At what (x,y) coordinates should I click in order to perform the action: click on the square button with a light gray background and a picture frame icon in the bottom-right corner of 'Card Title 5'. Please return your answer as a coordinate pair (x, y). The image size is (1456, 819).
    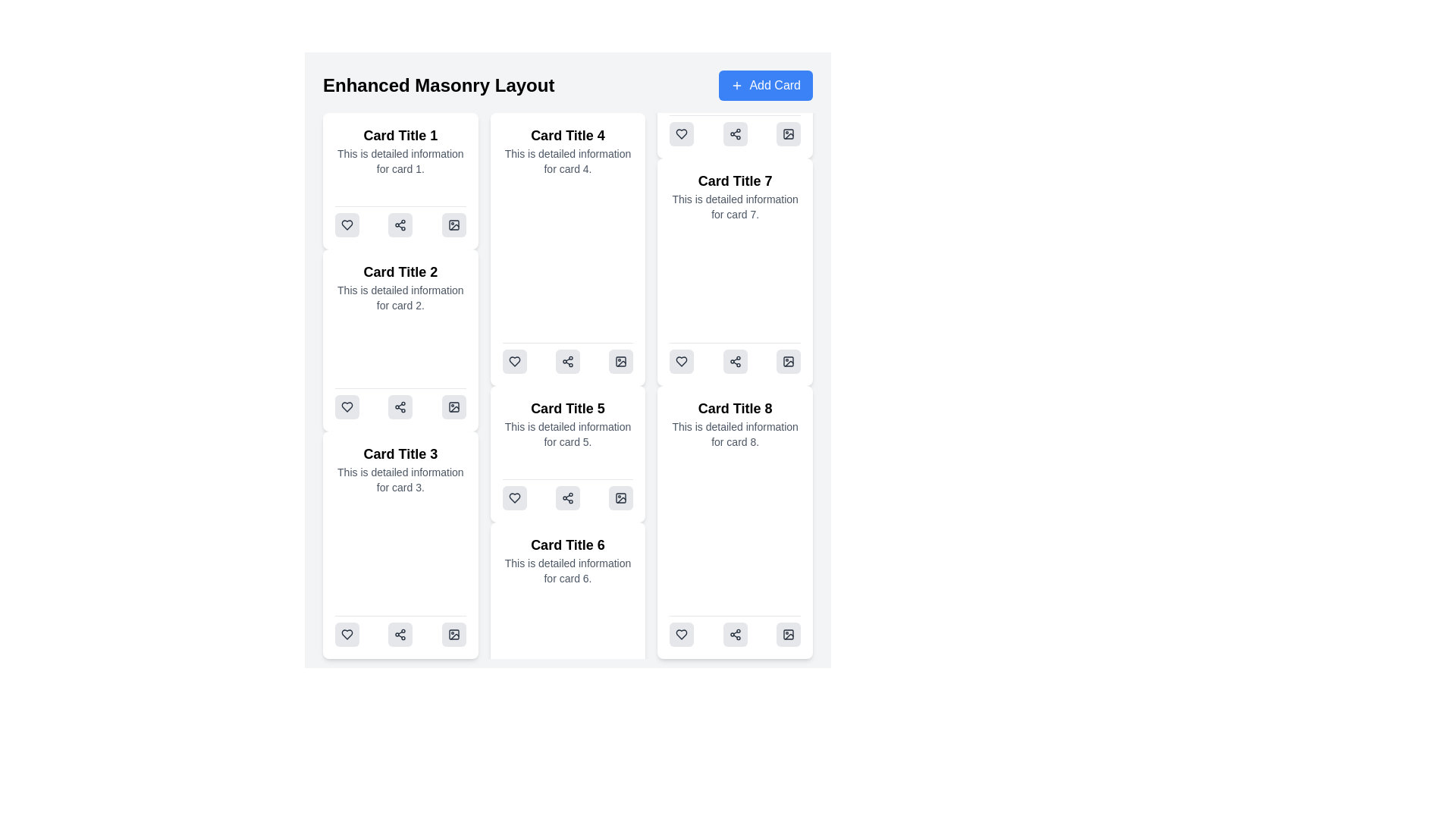
    Looking at the image, I should click on (621, 362).